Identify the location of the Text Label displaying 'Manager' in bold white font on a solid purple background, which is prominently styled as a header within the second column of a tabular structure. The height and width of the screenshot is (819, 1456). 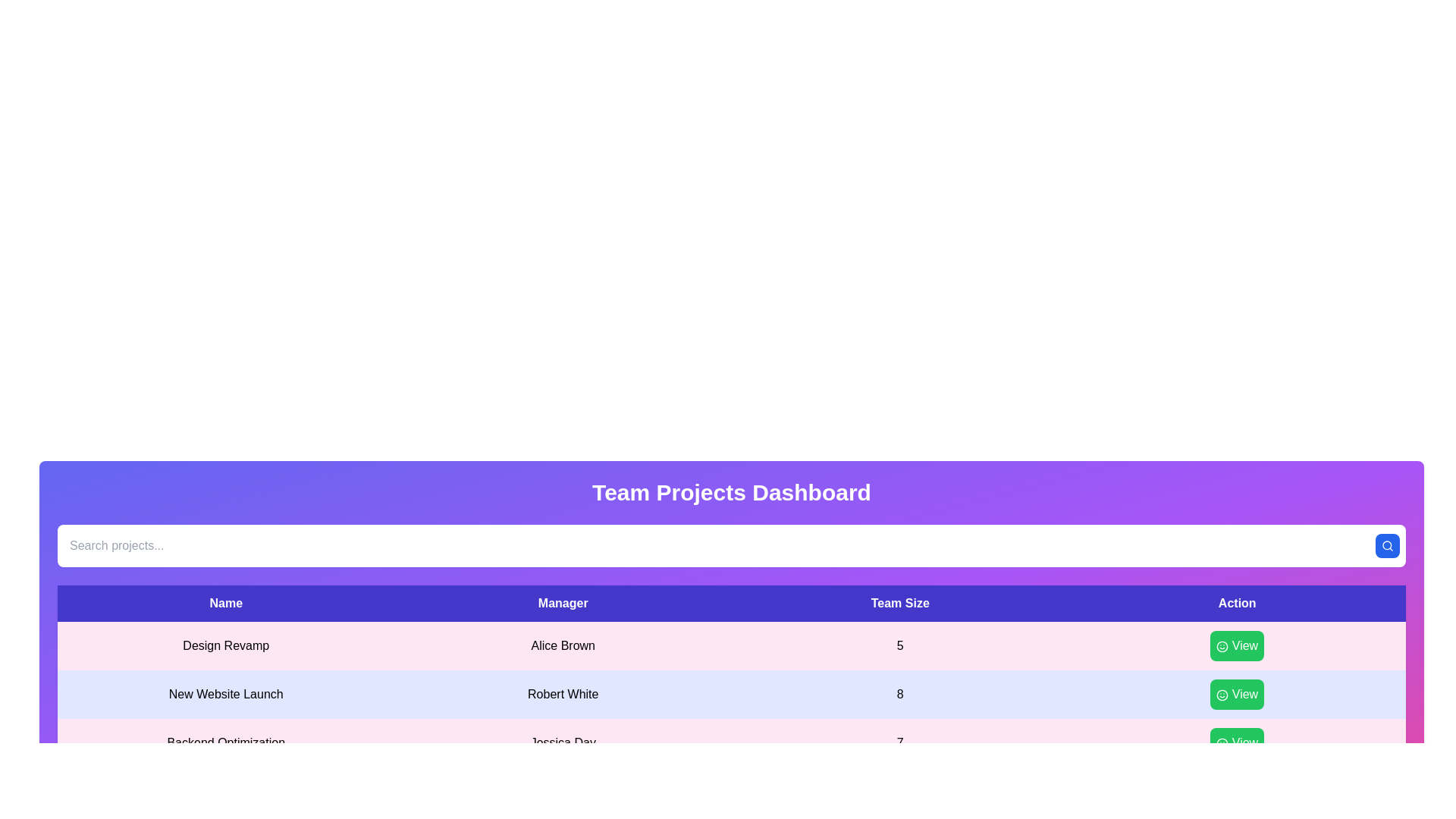
(562, 602).